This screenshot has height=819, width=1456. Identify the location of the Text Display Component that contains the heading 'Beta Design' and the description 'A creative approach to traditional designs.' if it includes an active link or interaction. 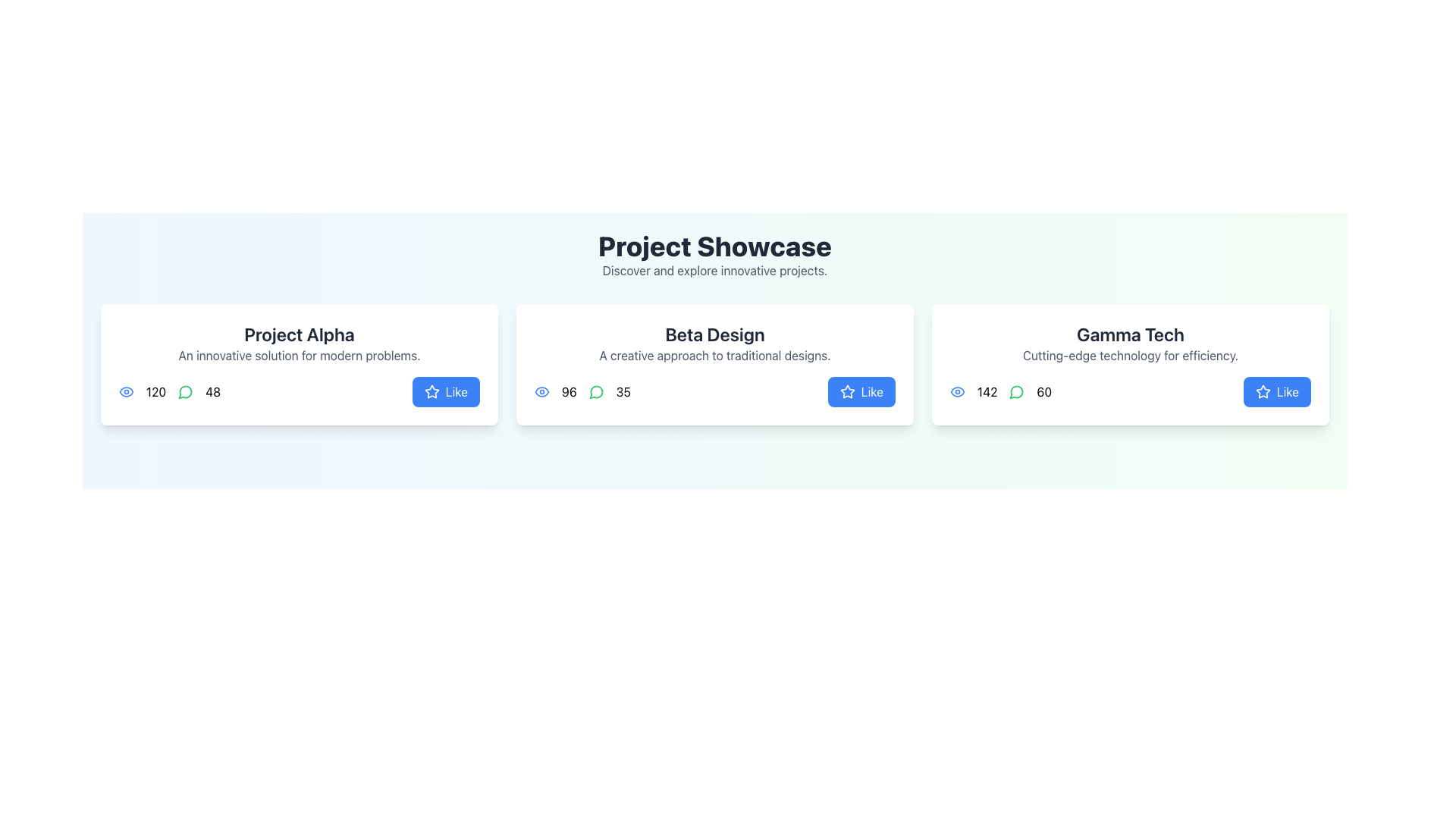
(714, 343).